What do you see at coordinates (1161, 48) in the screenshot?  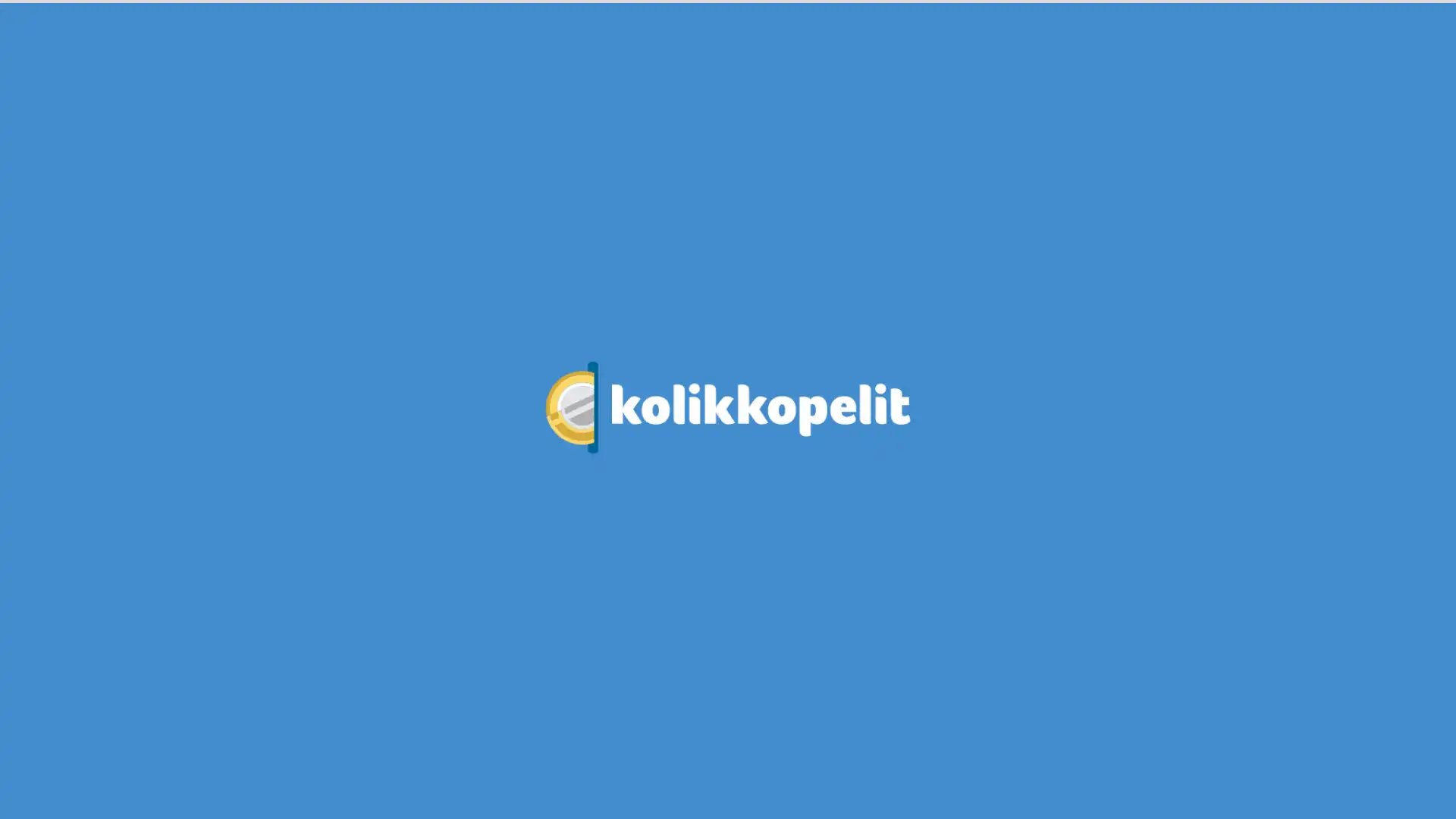 I see `Kirjaudu` at bounding box center [1161, 48].